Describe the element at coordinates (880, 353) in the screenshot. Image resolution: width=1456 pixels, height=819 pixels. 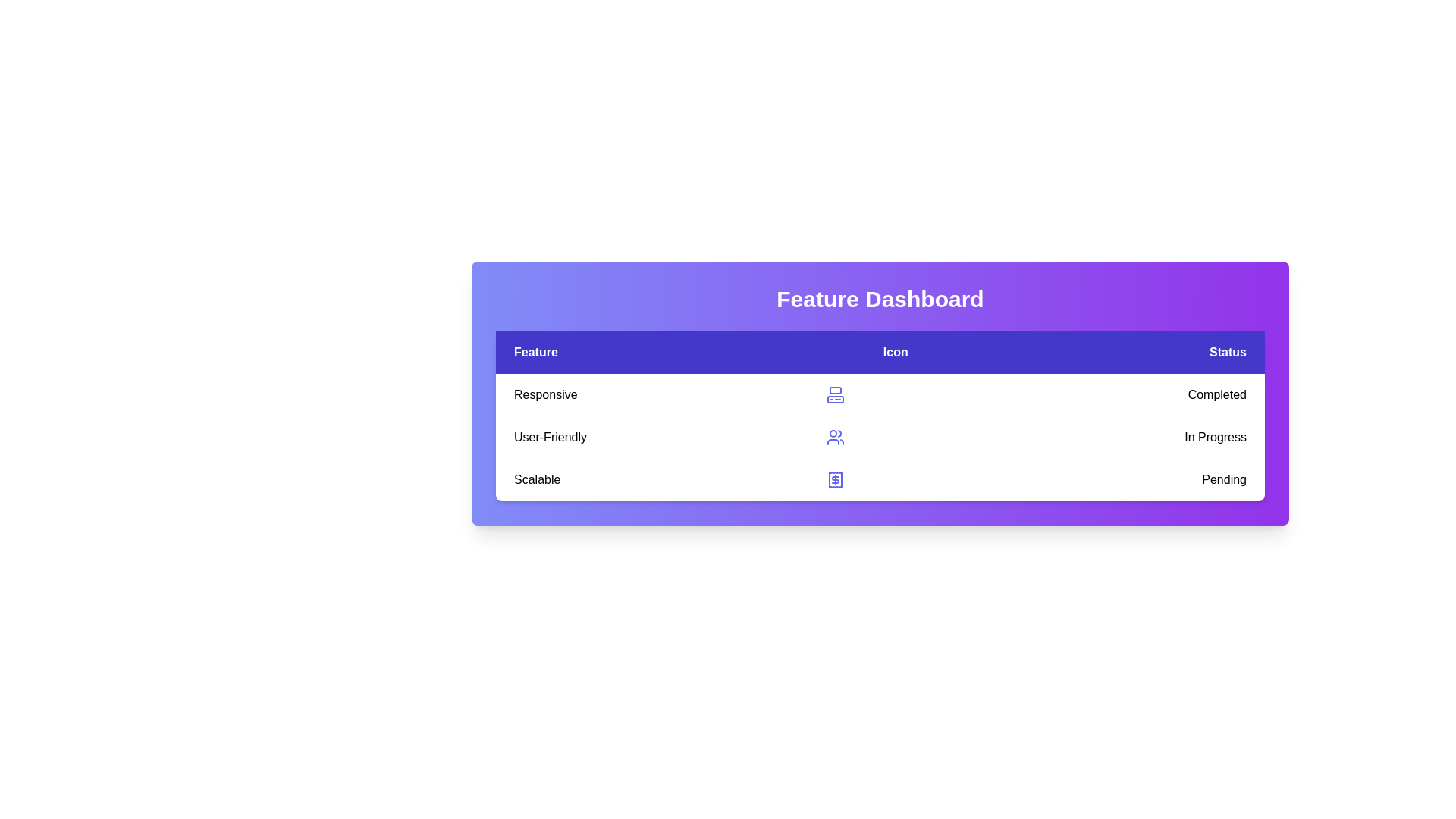
I see `the Table Header element that contains the labels 'Feature', 'Icon', and 'Status', which is styled with white text on a purple background` at that location.